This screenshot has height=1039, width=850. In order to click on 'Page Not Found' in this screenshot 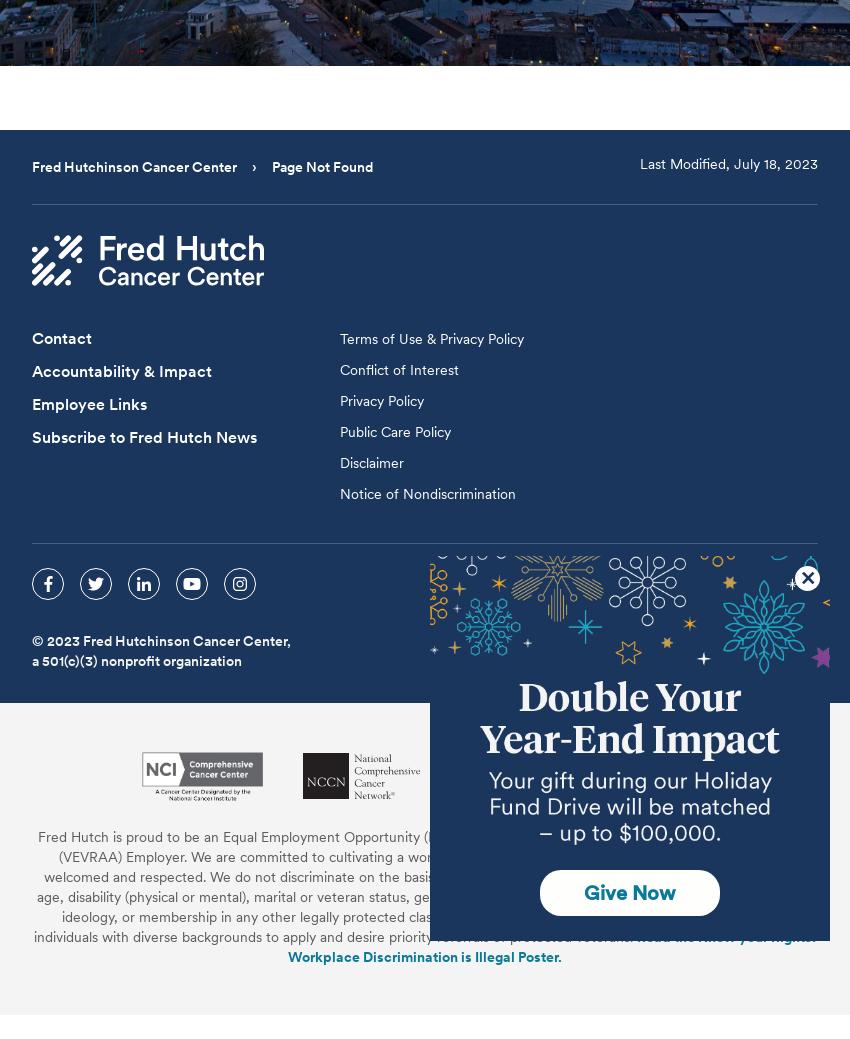, I will do `click(322, 165)`.